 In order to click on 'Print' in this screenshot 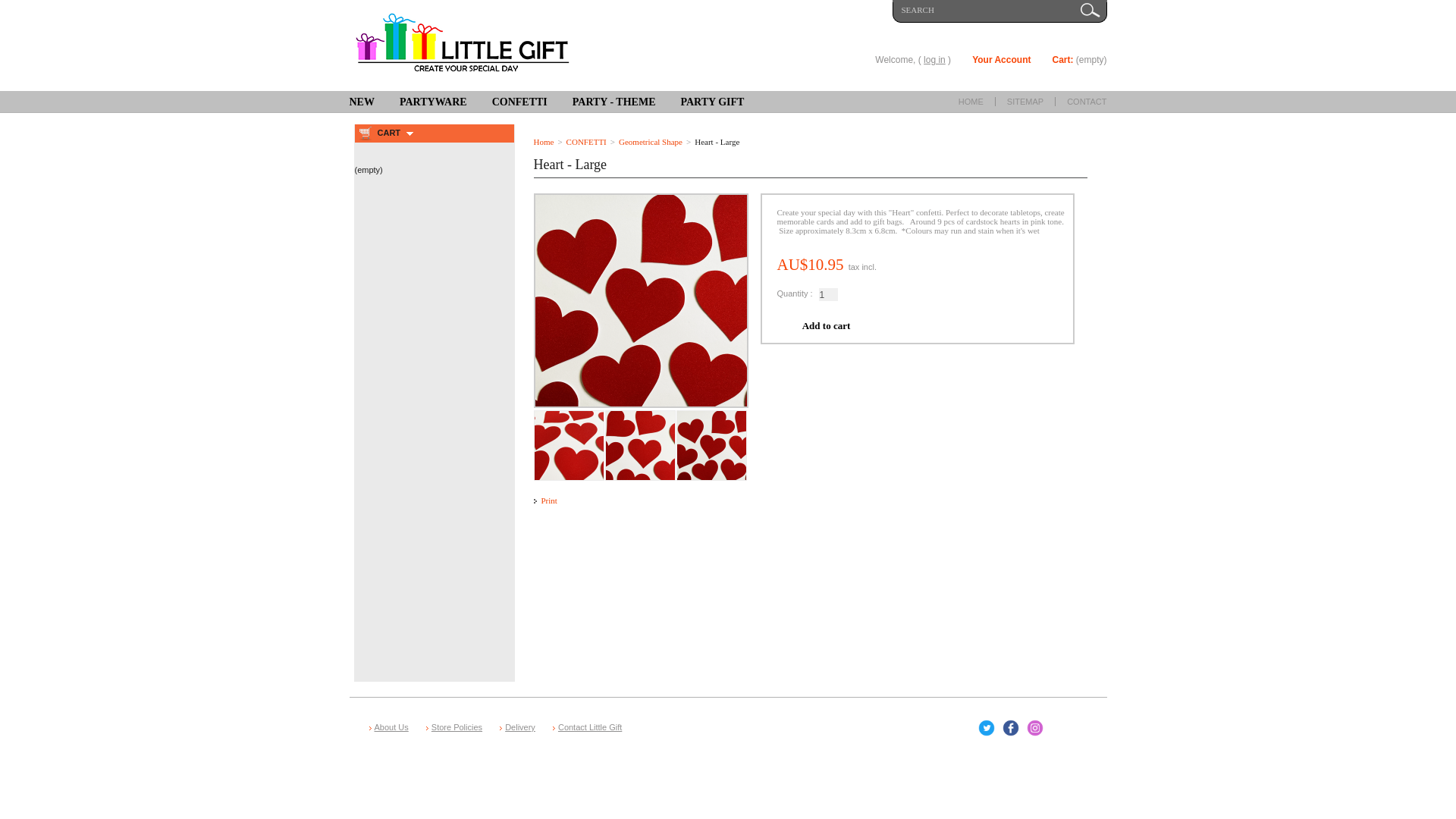, I will do `click(548, 500)`.